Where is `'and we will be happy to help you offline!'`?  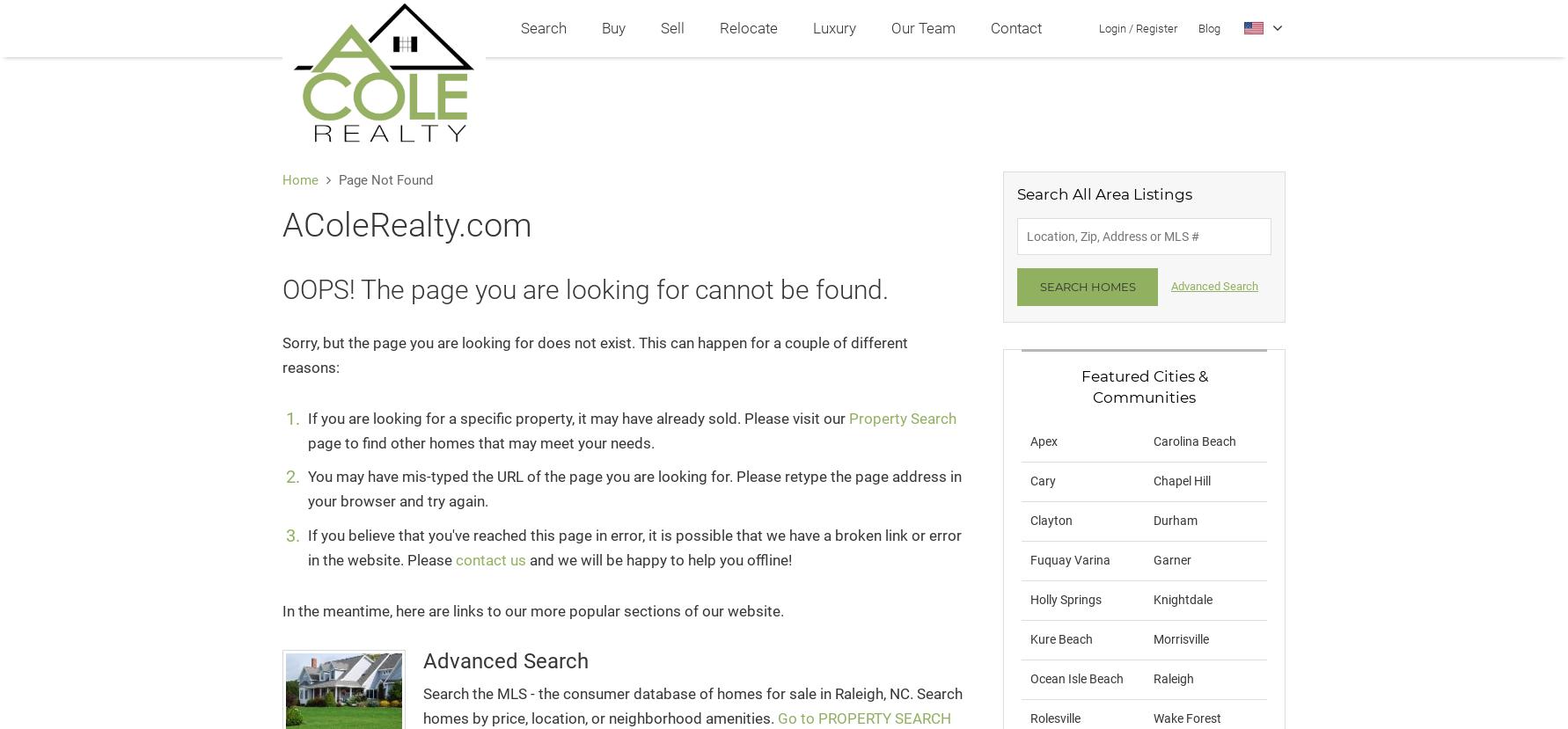 'and we will be happy to help you offline!' is located at coordinates (660, 559).